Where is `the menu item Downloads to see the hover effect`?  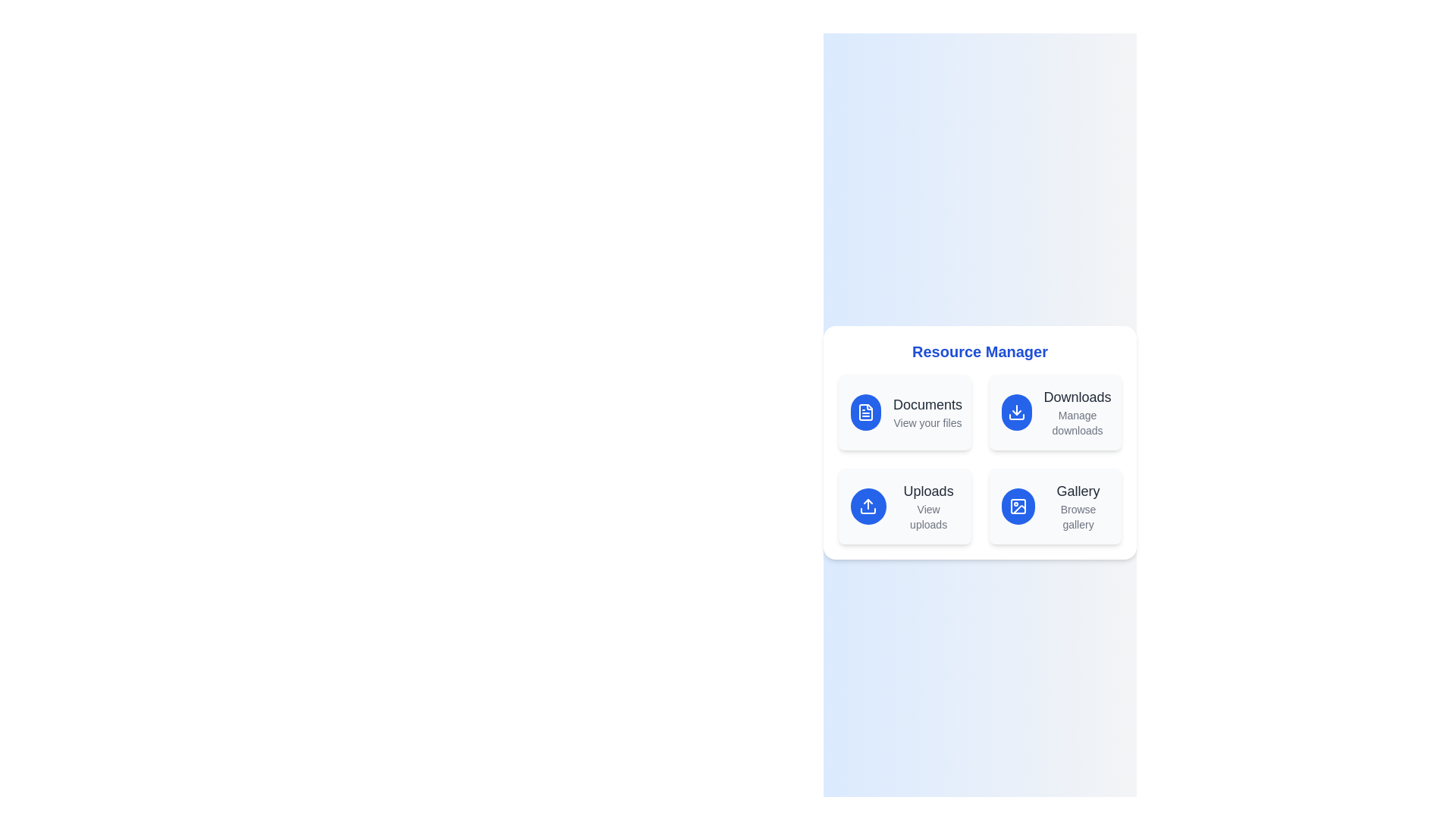
the menu item Downloads to see the hover effect is located at coordinates (1054, 412).